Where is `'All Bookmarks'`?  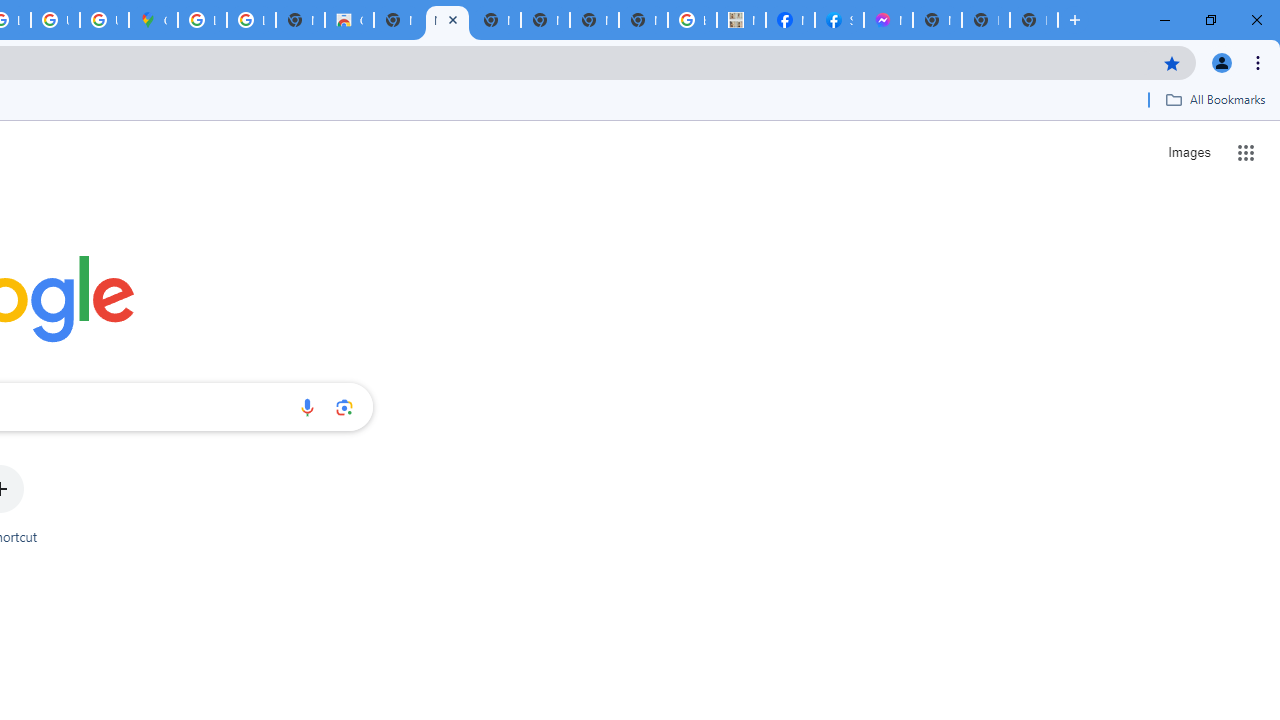 'All Bookmarks' is located at coordinates (1214, 99).